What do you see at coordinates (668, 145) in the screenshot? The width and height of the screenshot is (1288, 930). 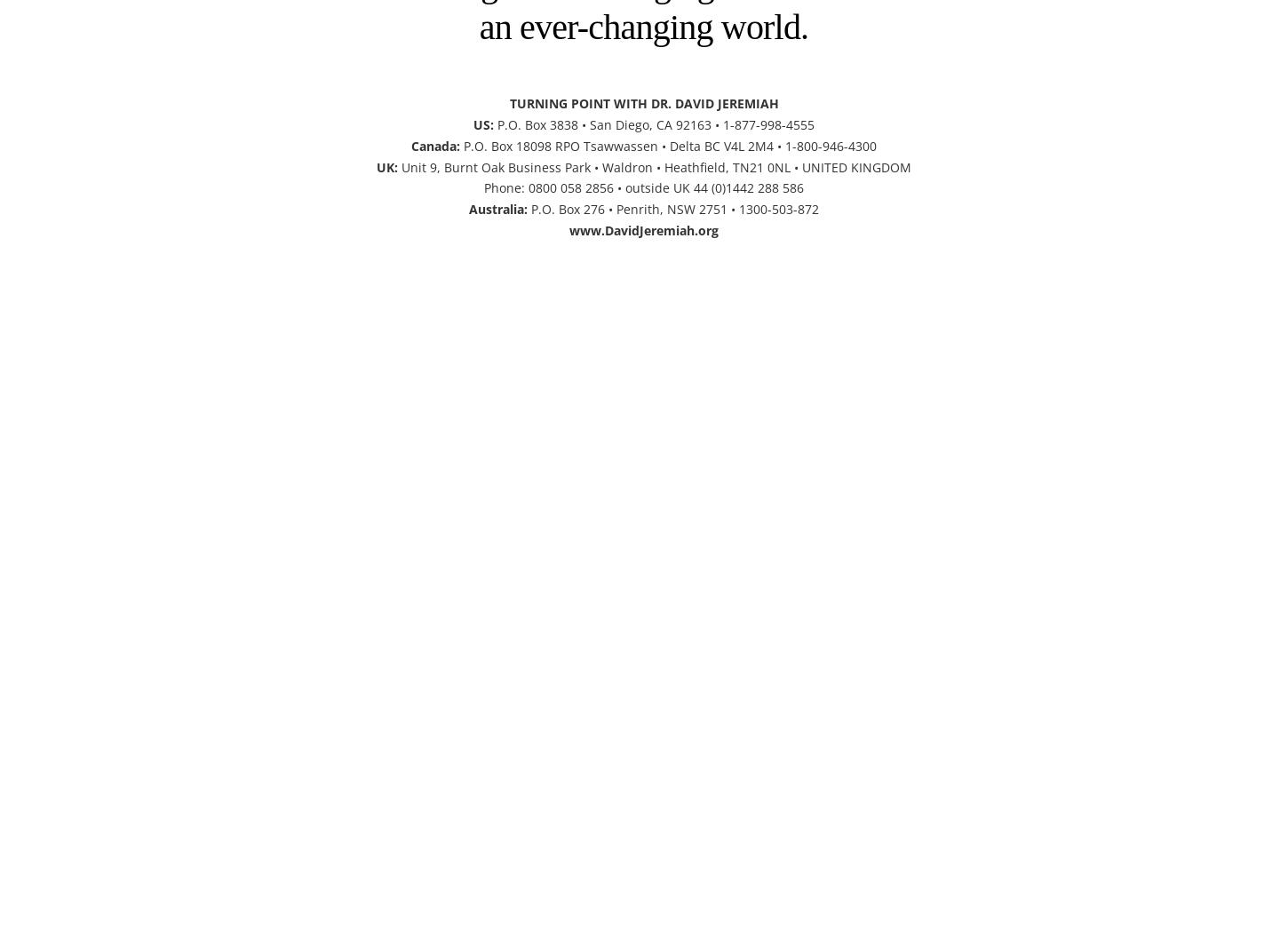 I see `'P.O. Box 18098 RPO Tsawwassen • Delta BC V4L 2M4 • 1-800-946-4300'` at bounding box center [668, 145].